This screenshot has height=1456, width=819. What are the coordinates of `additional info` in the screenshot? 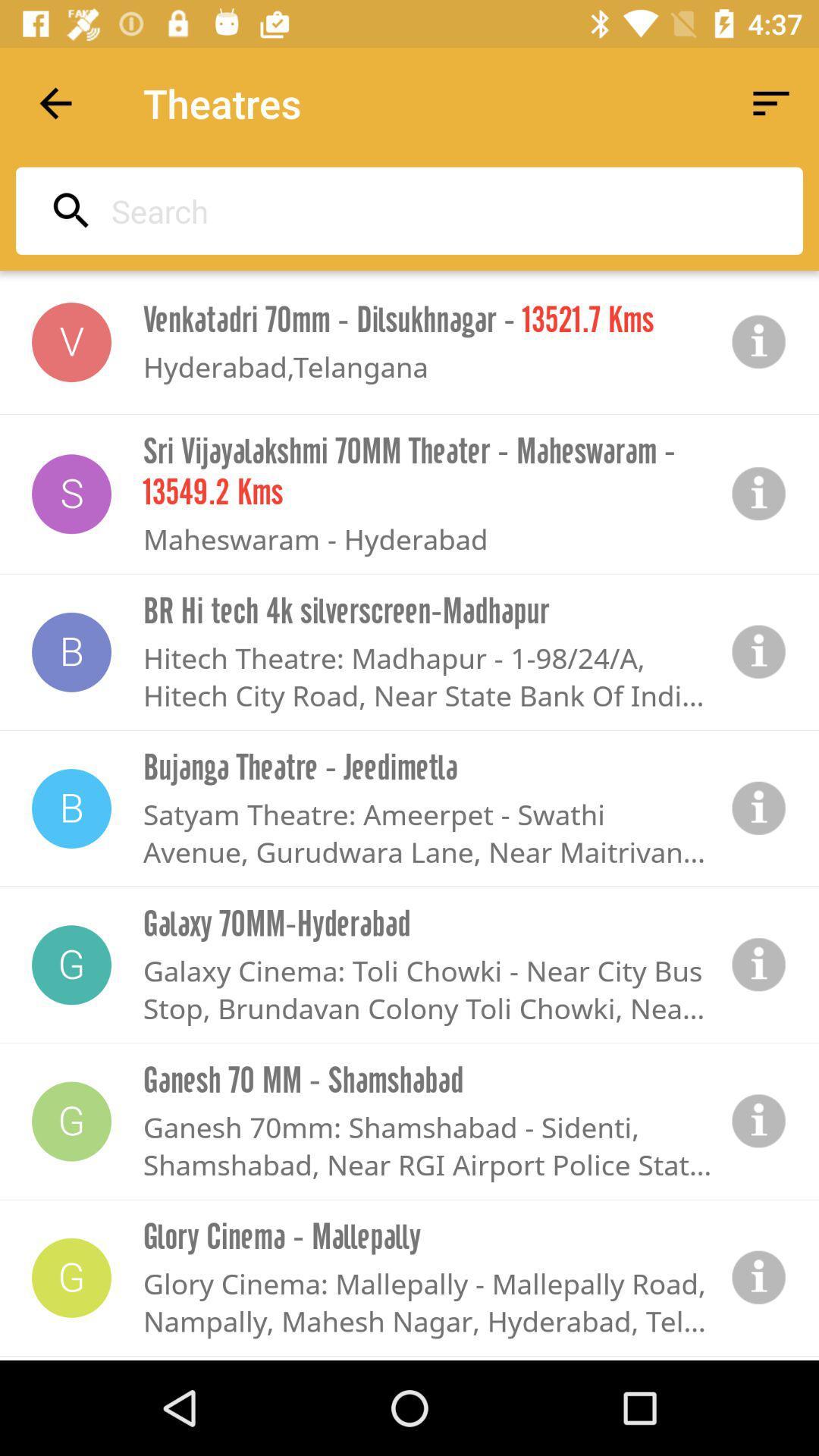 It's located at (759, 1277).